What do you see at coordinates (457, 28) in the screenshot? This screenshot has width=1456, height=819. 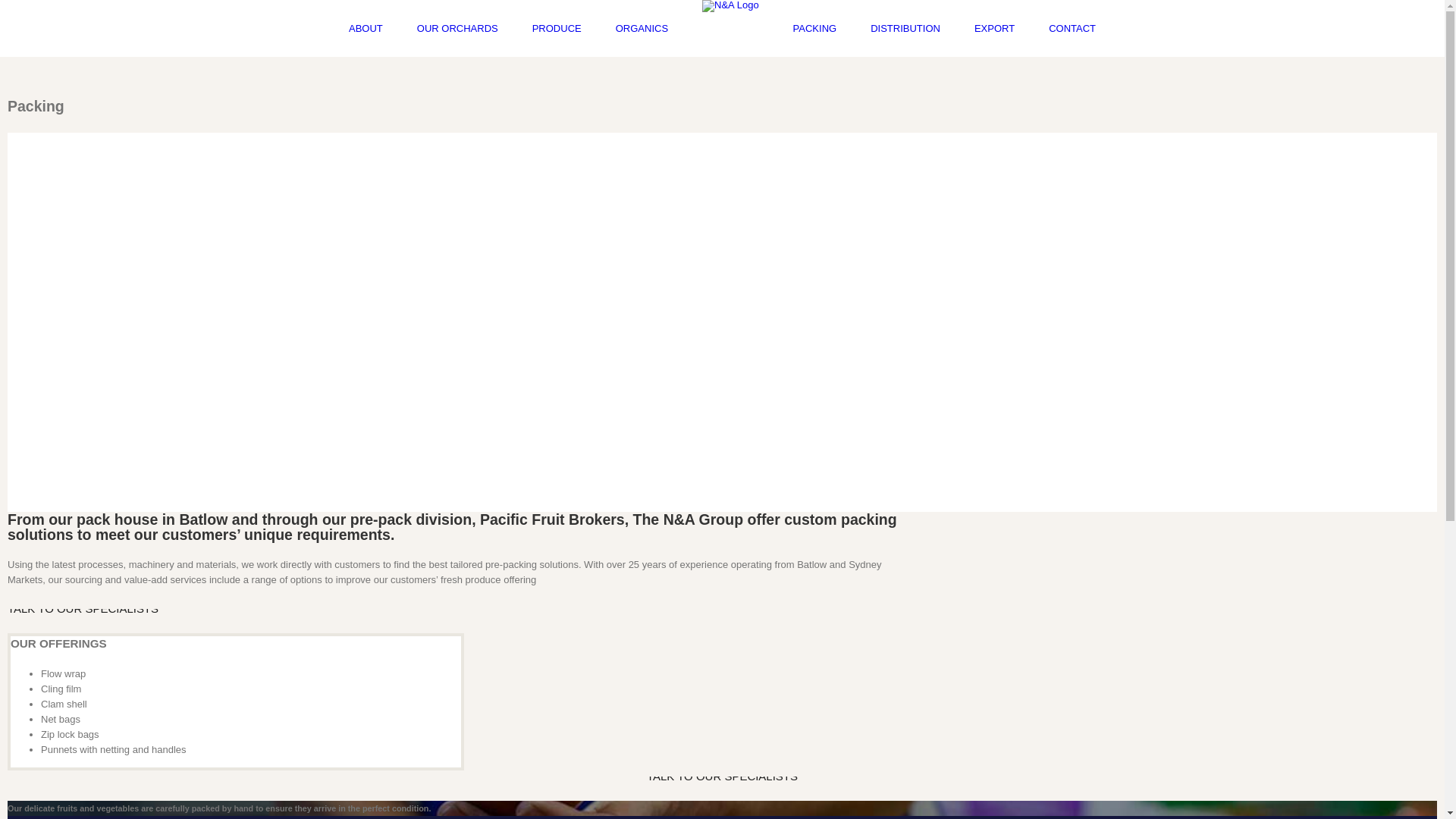 I see `'OUR ORCHARDS'` at bounding box center [457, 28].